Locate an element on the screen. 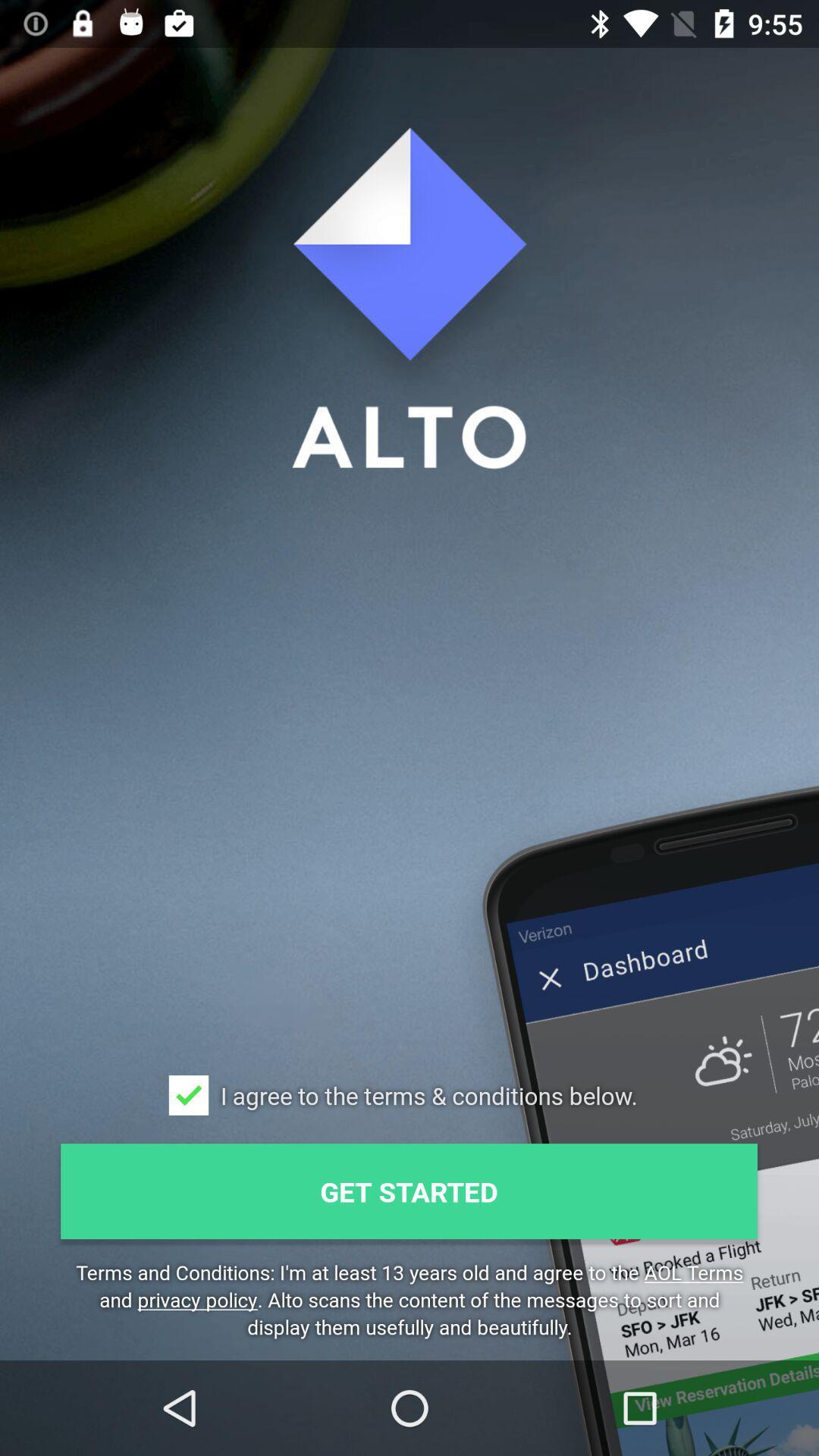  the icon at the bottom left corner is located at coordinates (188, 1095).